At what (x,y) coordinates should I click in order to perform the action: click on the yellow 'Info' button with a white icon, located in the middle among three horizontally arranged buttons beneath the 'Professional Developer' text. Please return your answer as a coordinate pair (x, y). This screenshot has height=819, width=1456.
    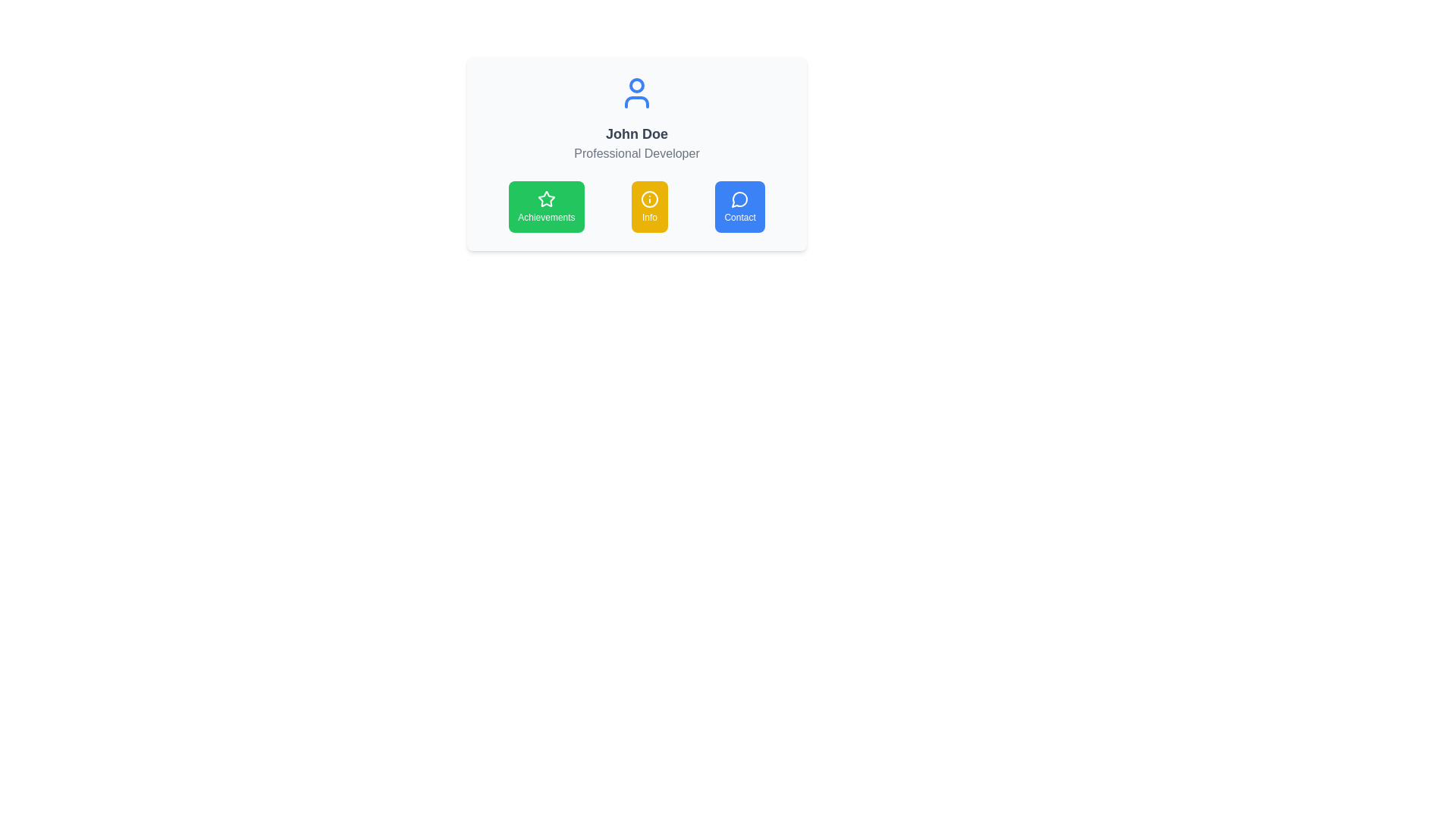
    Looking at the image, I should click on (637, 207).